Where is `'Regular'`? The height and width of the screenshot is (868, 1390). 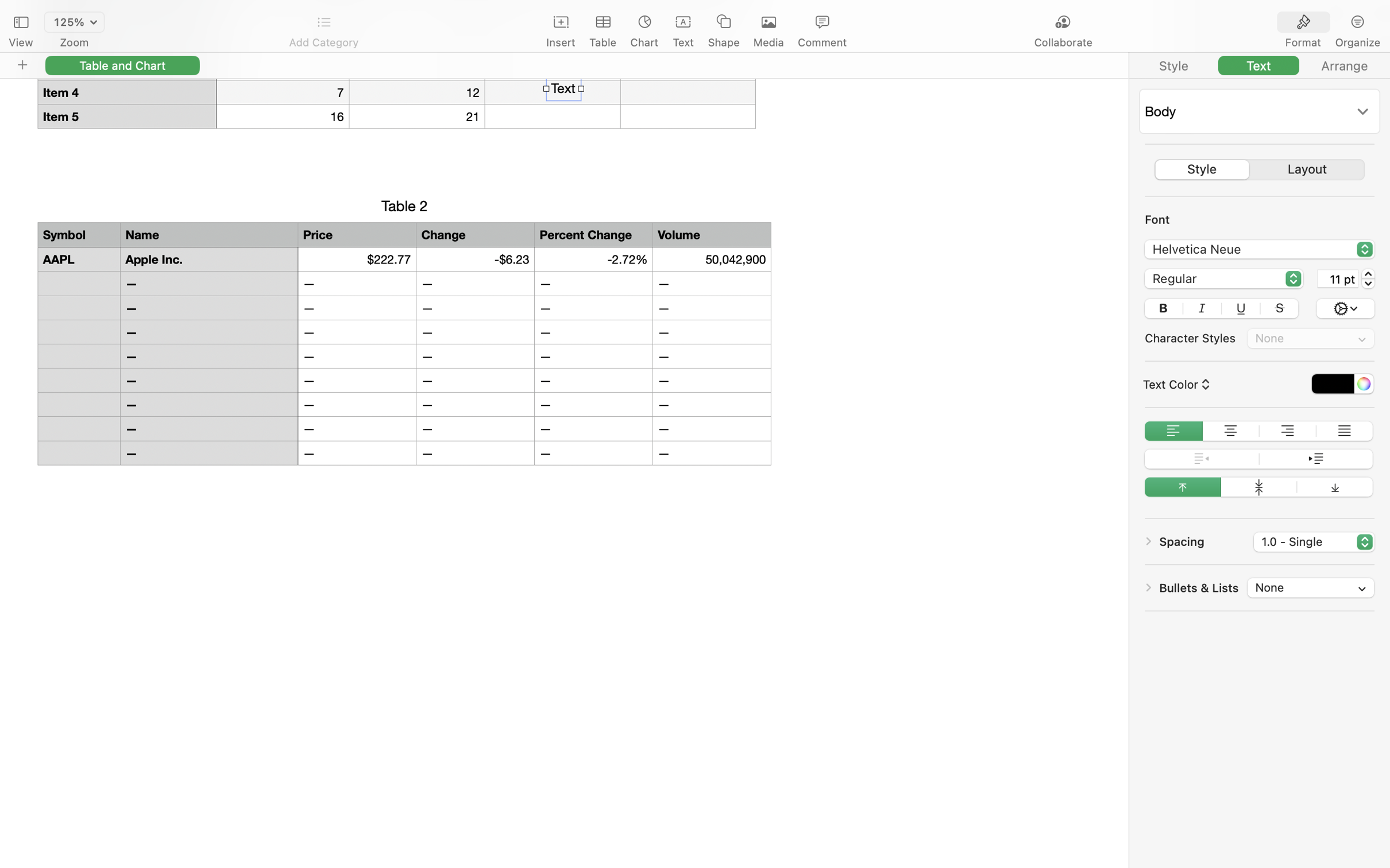
'Regular' is located at coordinates (1223, 280).